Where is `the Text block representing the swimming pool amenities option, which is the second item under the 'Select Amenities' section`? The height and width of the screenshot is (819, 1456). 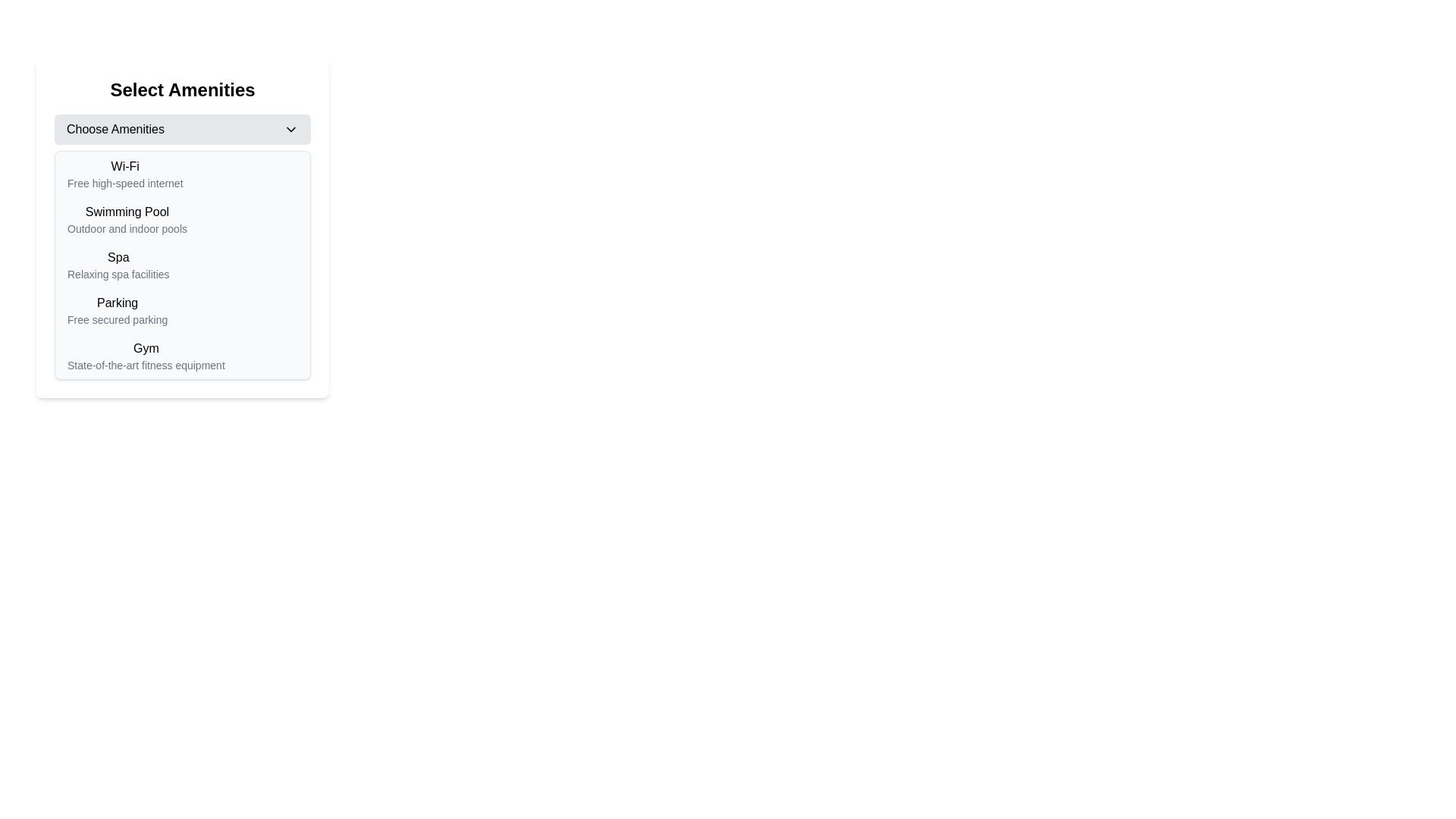 the Text block representing the swimming pool amenities option, which is the second item under the 'Select Amenities' section is located at coordinates (127, 219).